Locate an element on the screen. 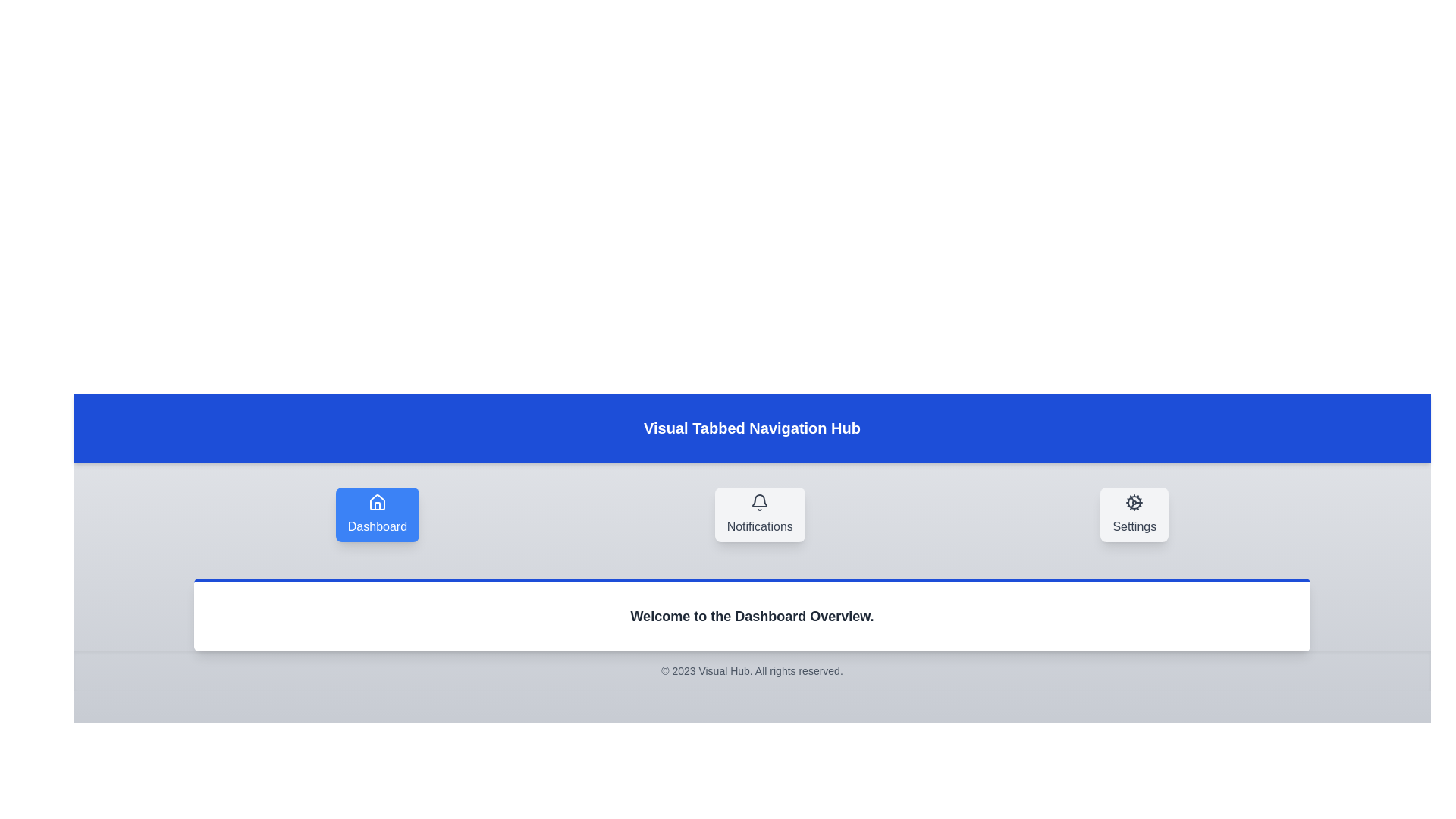  the 'Dashboard' icon located within the blue button in the navigation menu is located at coordinates (377, 503).